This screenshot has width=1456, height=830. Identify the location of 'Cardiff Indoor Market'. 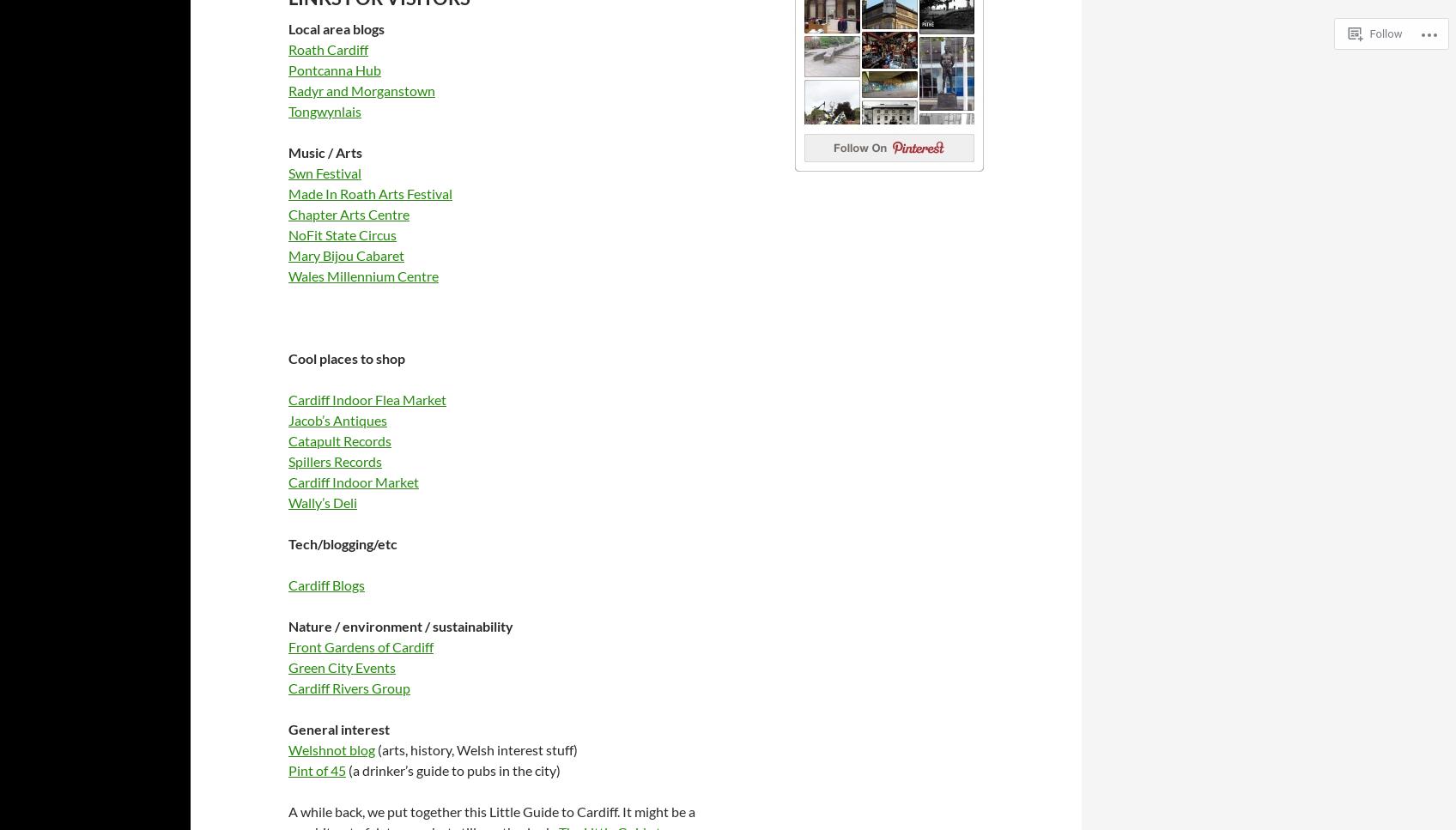
(352, 480).